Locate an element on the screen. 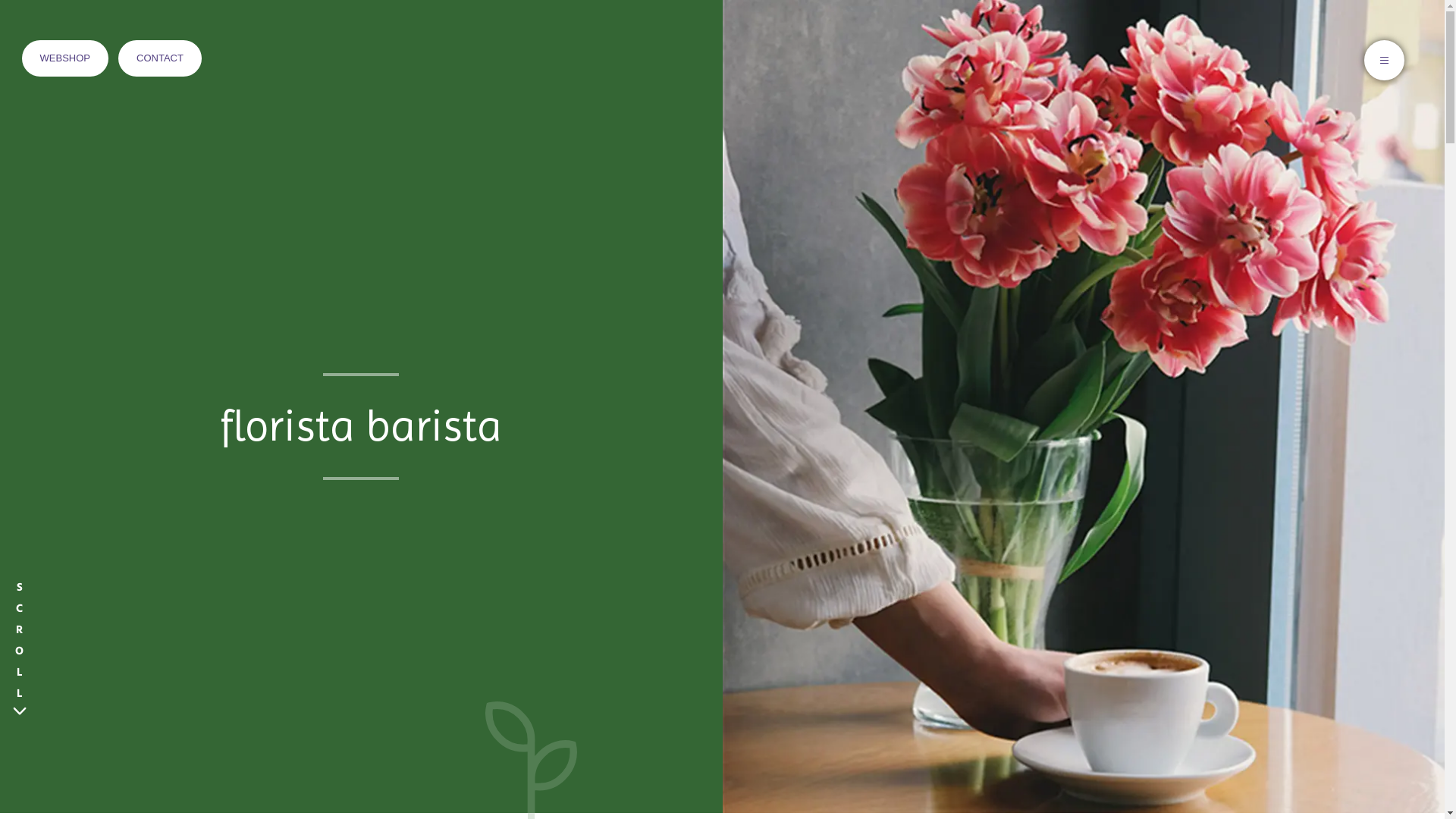 This screenshot has height=819, width=1456. 'WEBSHOP' is located at coordinates (64, 58).